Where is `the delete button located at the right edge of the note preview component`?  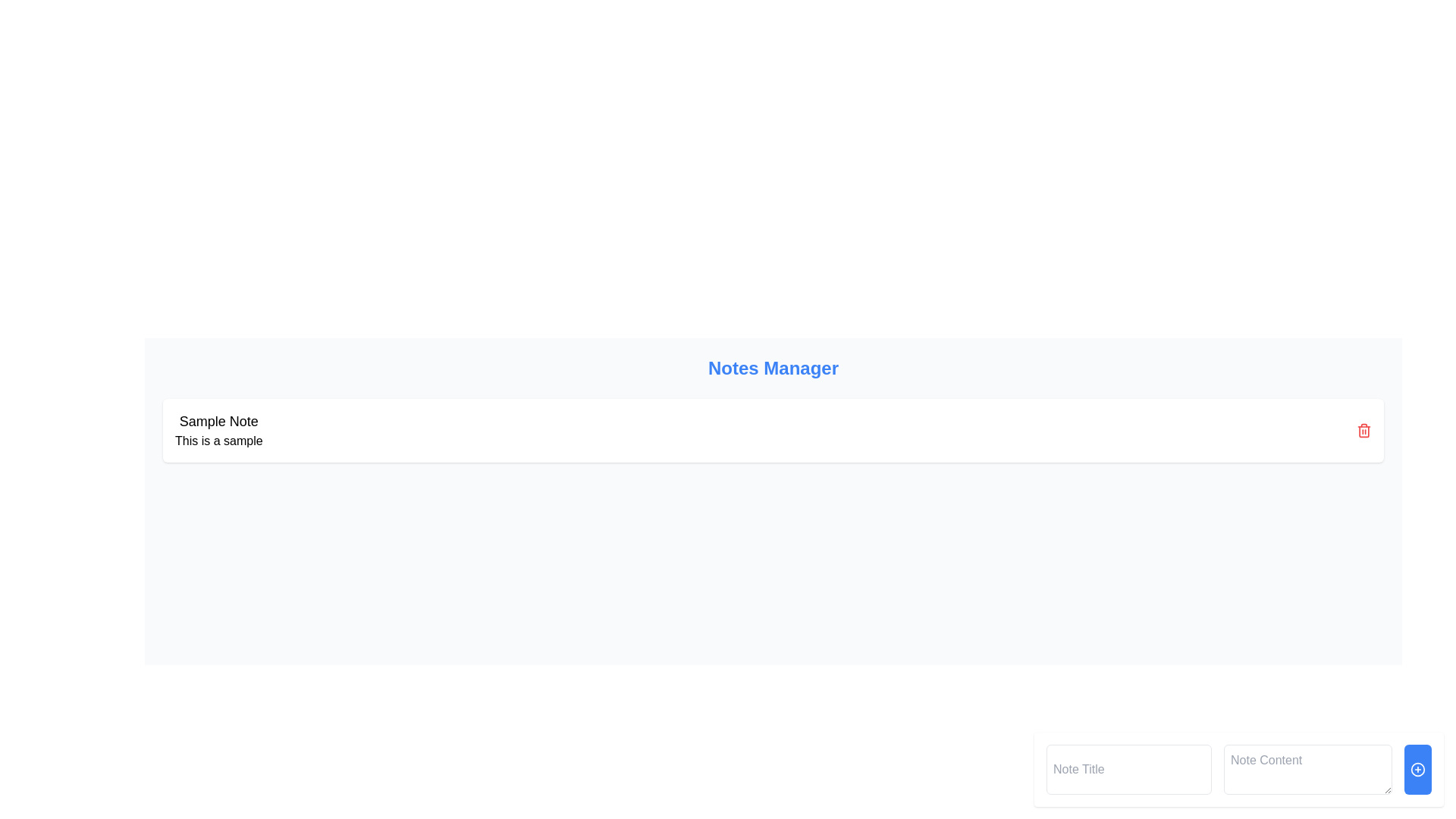
the delete button located at the right edge of the note preview component is located at coordinates (1364, 430).